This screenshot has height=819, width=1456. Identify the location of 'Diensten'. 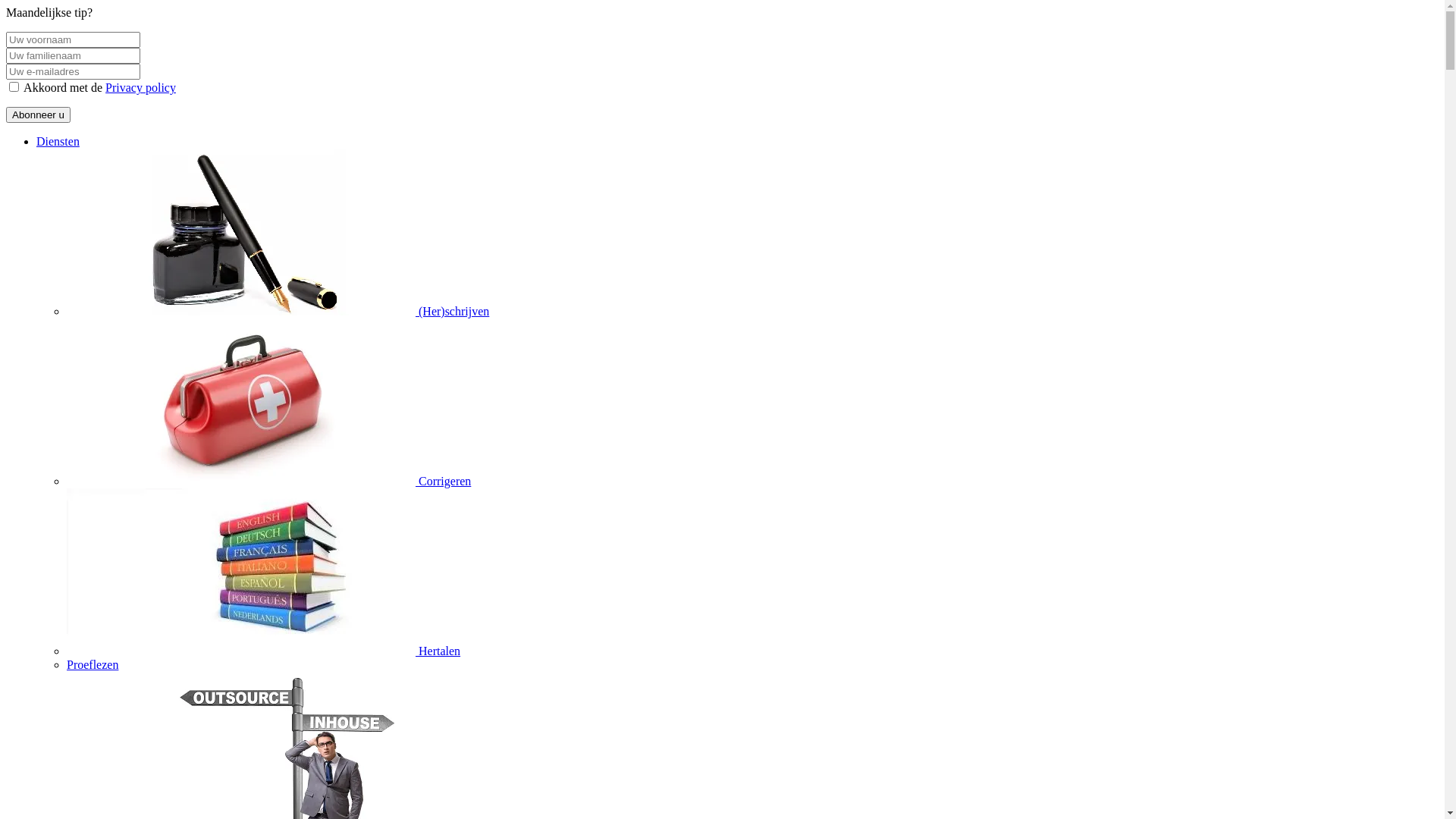
(58, 141).